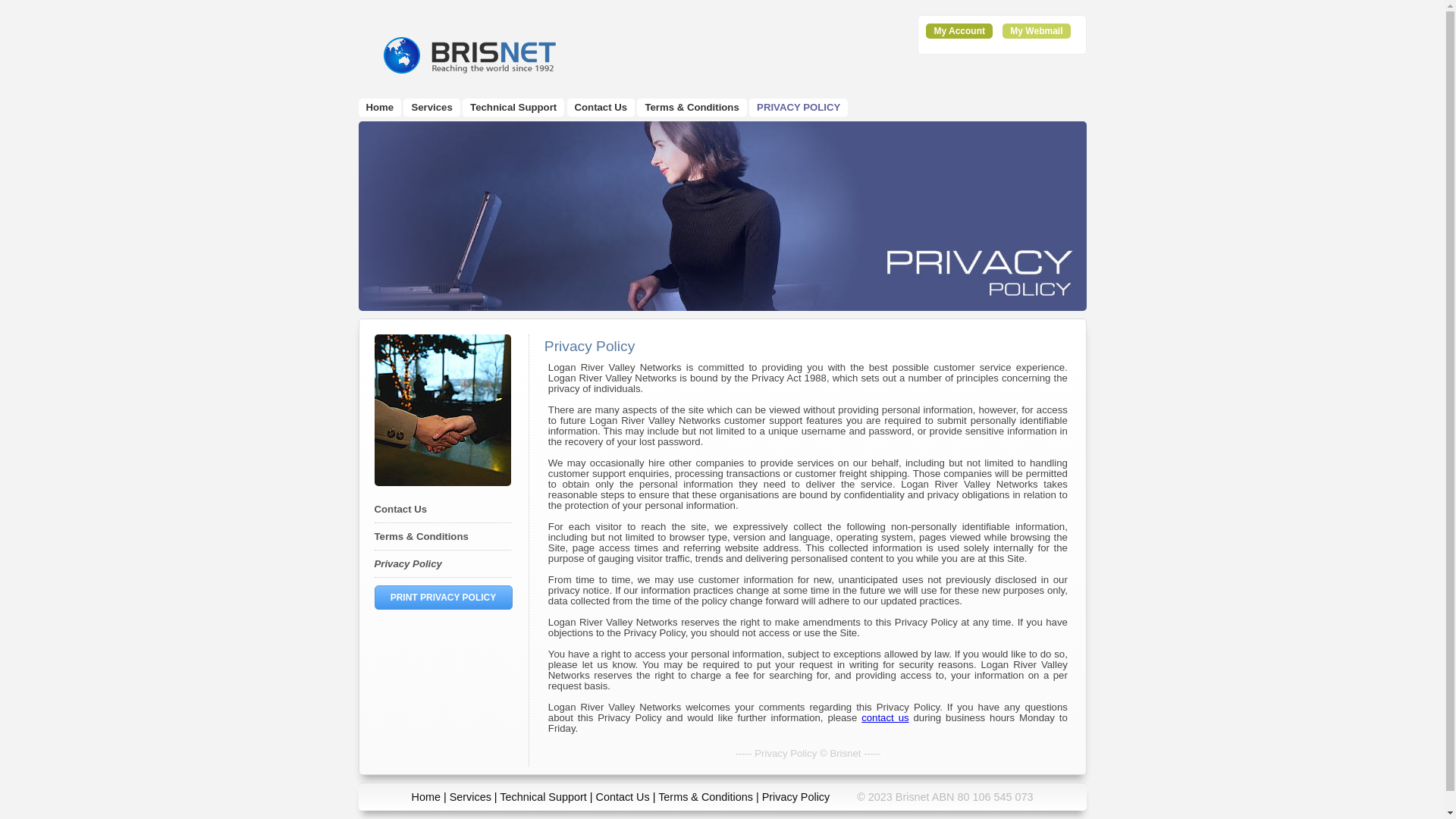  I want to click on 'Terms & Conditions', so click(691, 106).